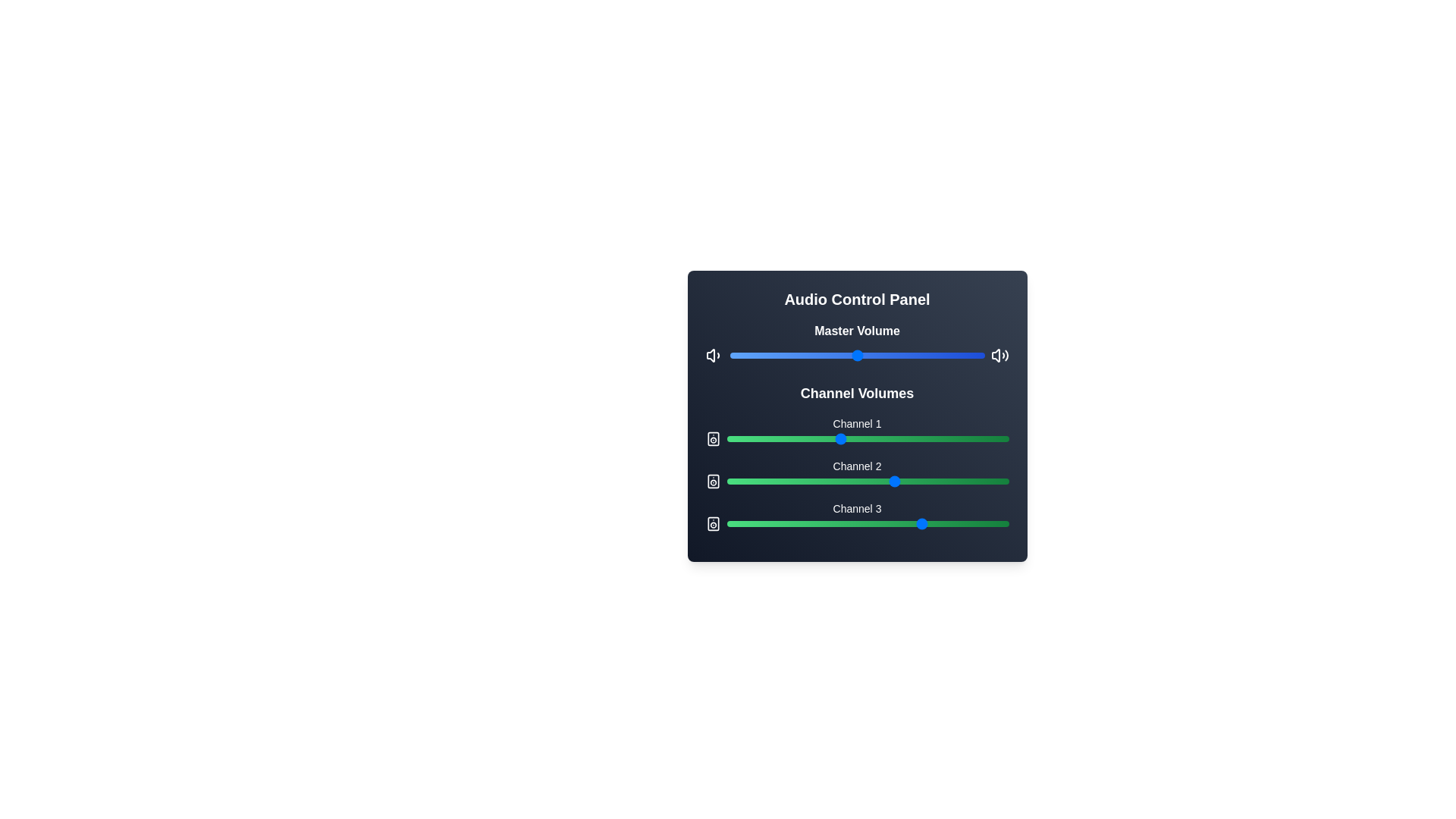 The image size is (1456, 819). Describe the element at coordinates (789, 482) in the screenshot. I see `the volume of Channel 2` at that location.